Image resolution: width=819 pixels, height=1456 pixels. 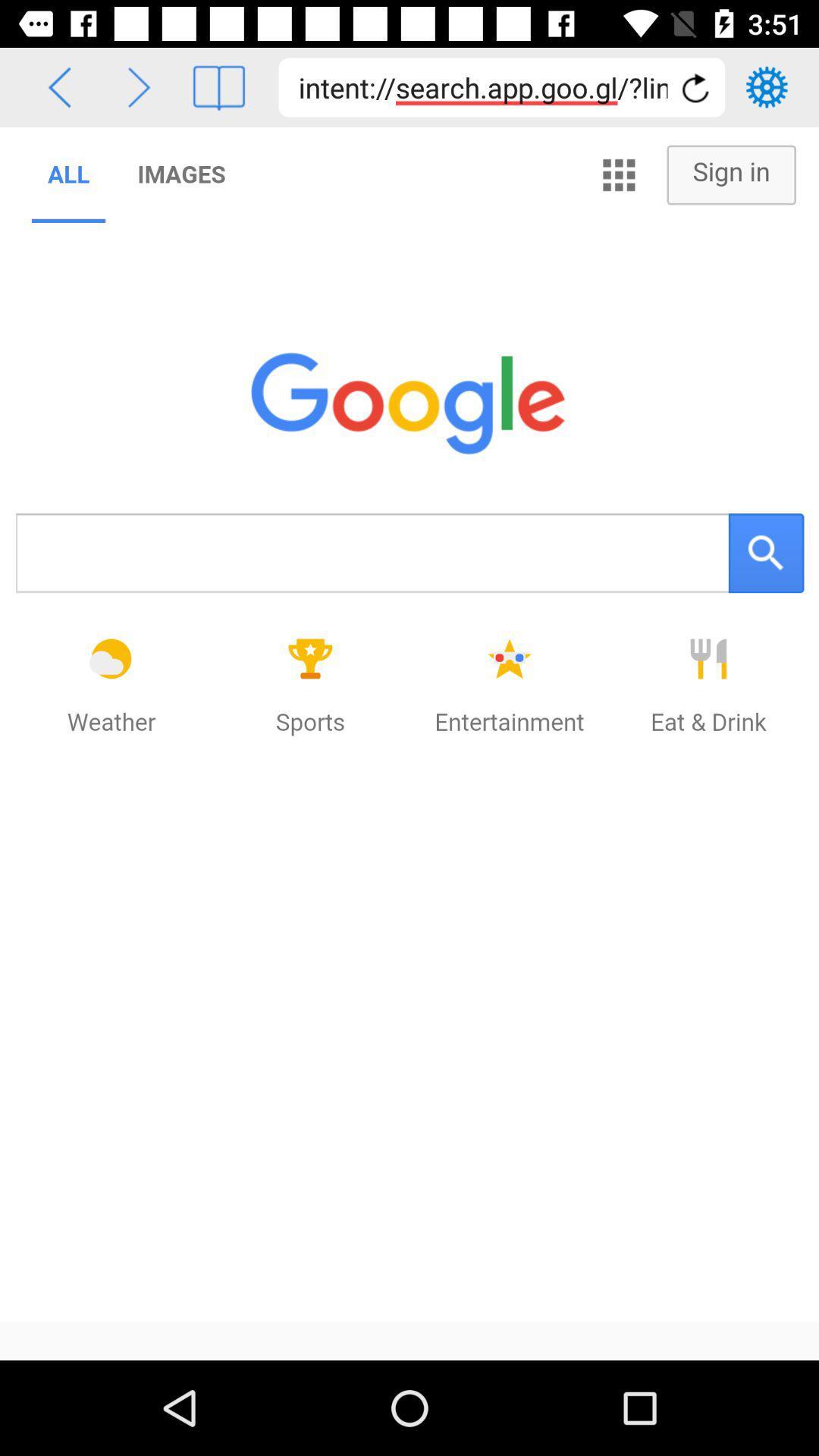 What do you see at coordinates (767, 86) in the screenshot?
I see `options` at bounding box center [767, 86].